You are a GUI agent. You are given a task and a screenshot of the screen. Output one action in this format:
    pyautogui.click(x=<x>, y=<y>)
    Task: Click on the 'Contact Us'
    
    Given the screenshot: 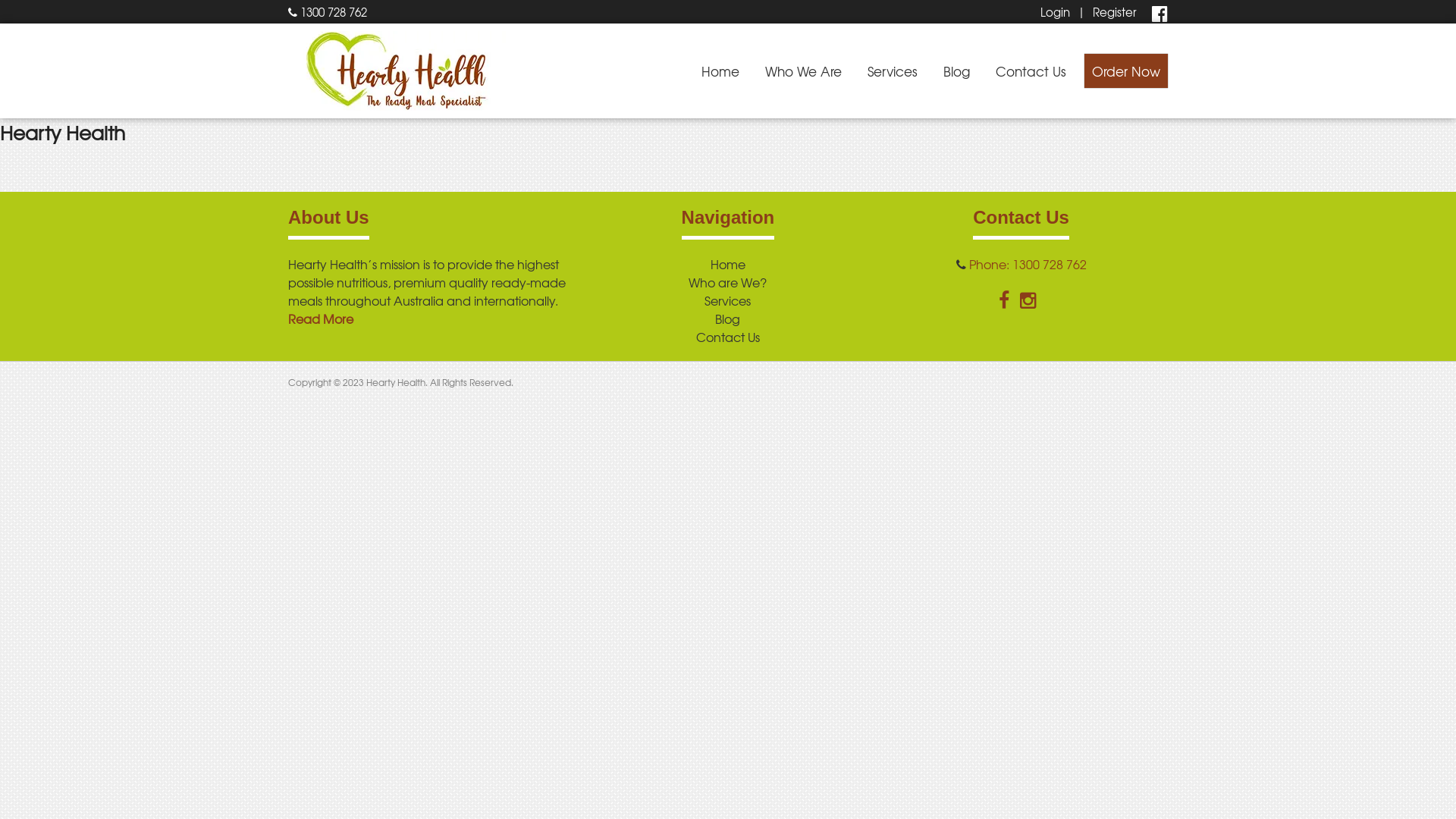 What is the action you would take?
    pyautogui.click(x=1031, y=71)
    